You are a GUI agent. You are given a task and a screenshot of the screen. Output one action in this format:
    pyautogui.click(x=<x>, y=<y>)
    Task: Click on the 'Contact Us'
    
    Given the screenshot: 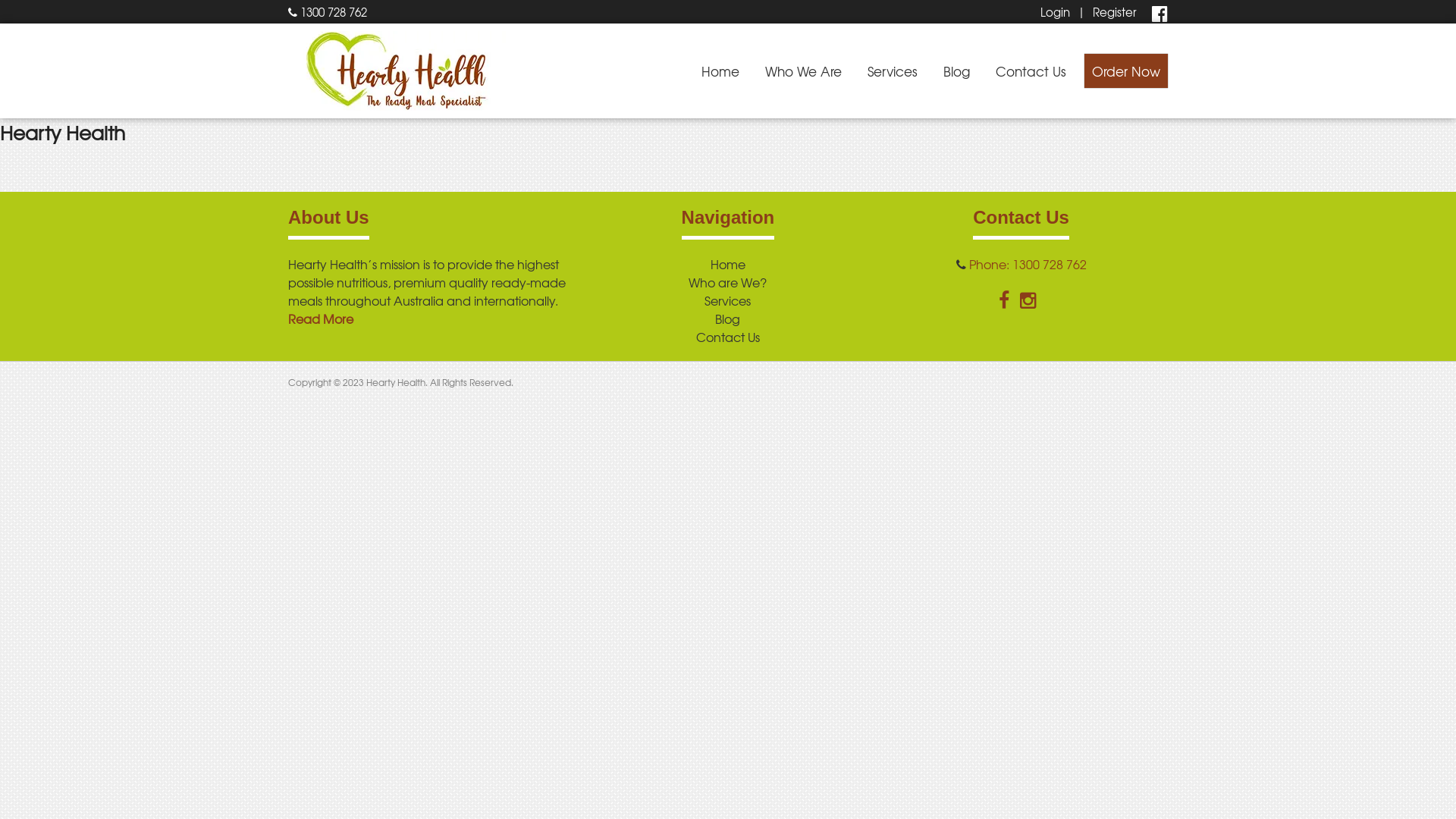 What is the action you would take?
    pyautogui.click(x=1031, y=71)
    